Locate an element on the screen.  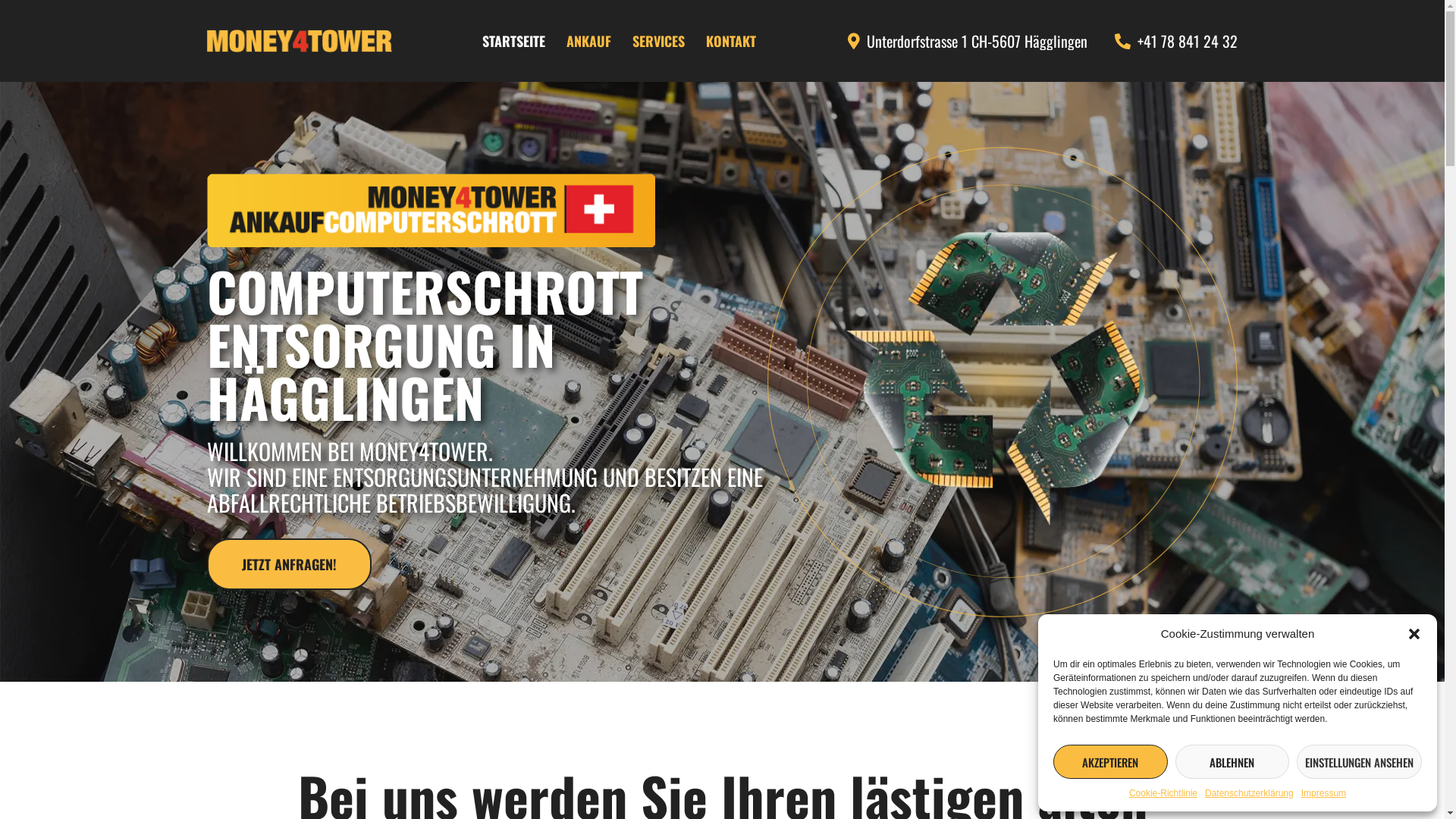
'+41 78 841 24 32' is located at coordinates (1172, 40).